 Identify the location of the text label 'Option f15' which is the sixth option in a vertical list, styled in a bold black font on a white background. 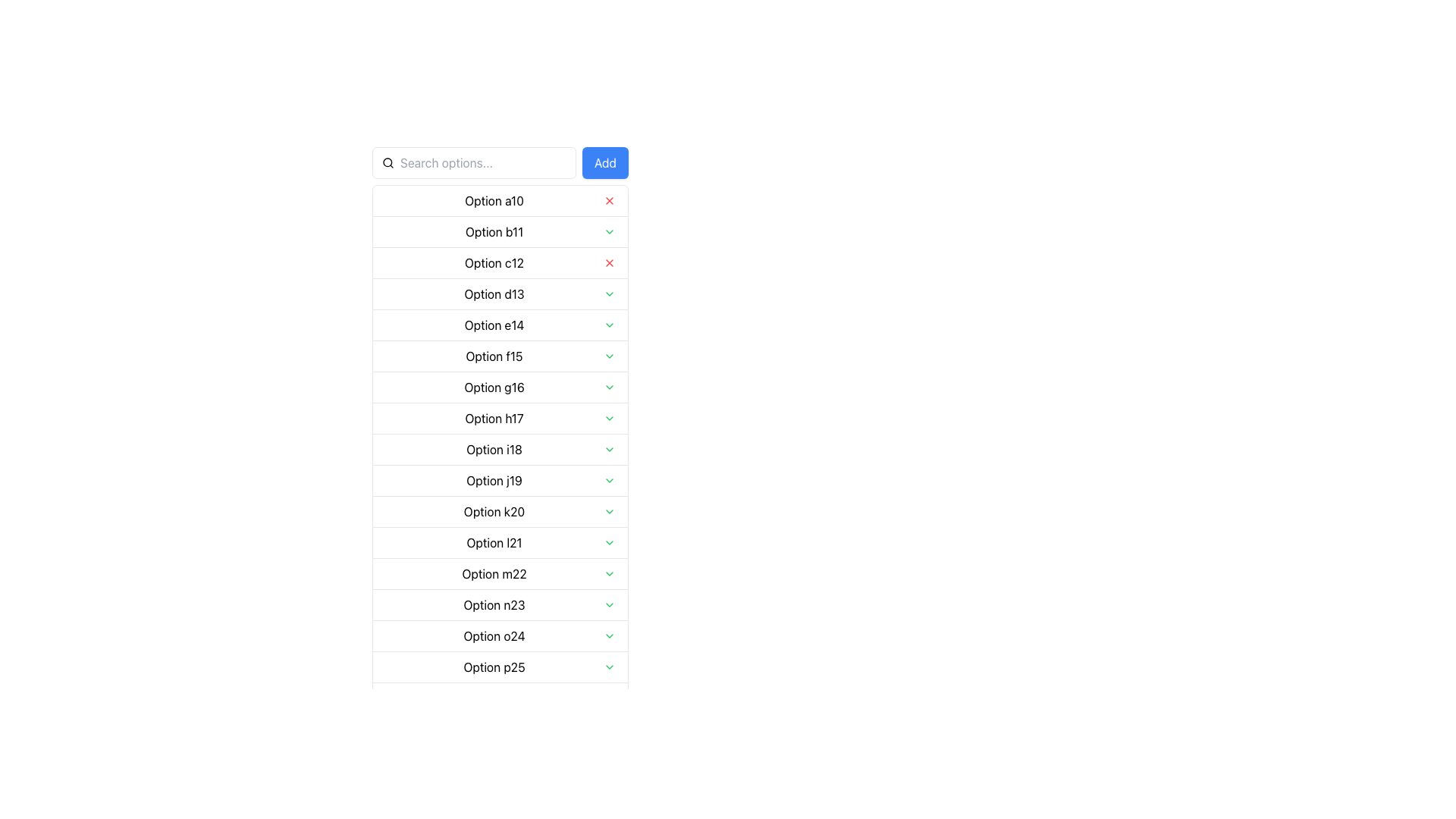
(494, 356).